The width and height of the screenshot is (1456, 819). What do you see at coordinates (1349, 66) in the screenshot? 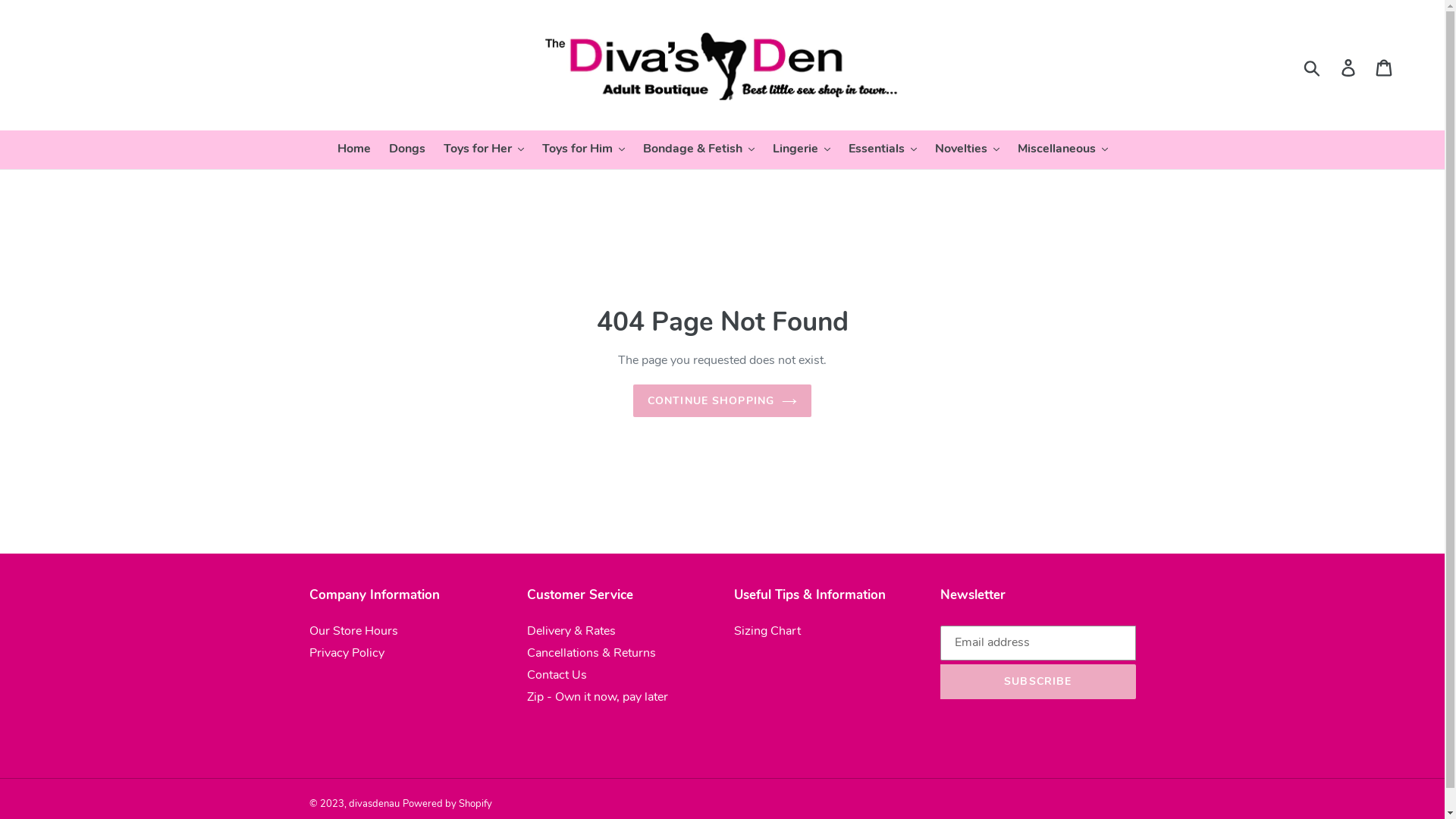
I see `'Log in'` at bounding box center [1349, 66].